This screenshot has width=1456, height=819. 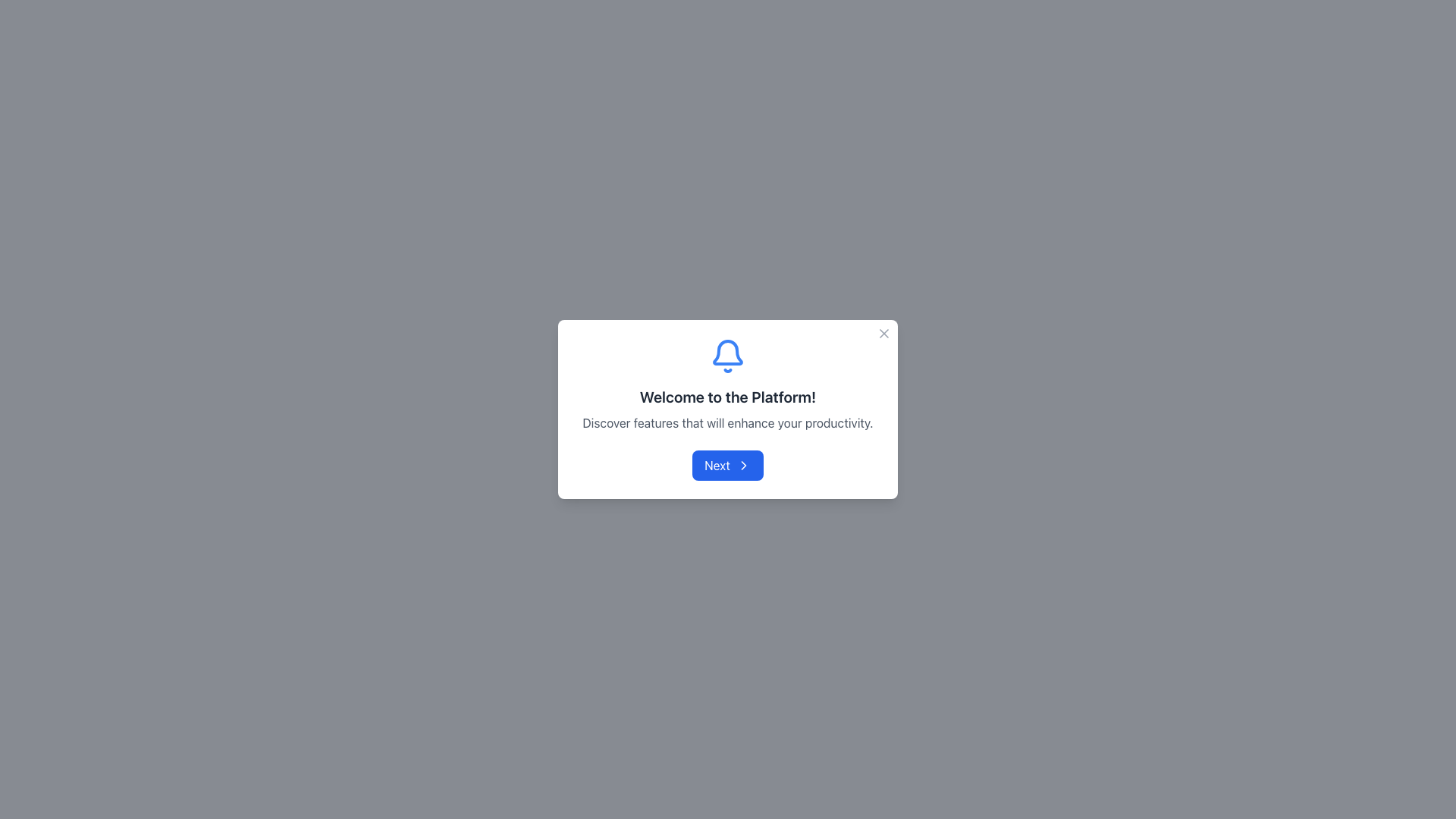 I want to click on static text label located within the modal dialog box, centered below the title 'Welcome to the Platform!', so click(x=728, y=423).